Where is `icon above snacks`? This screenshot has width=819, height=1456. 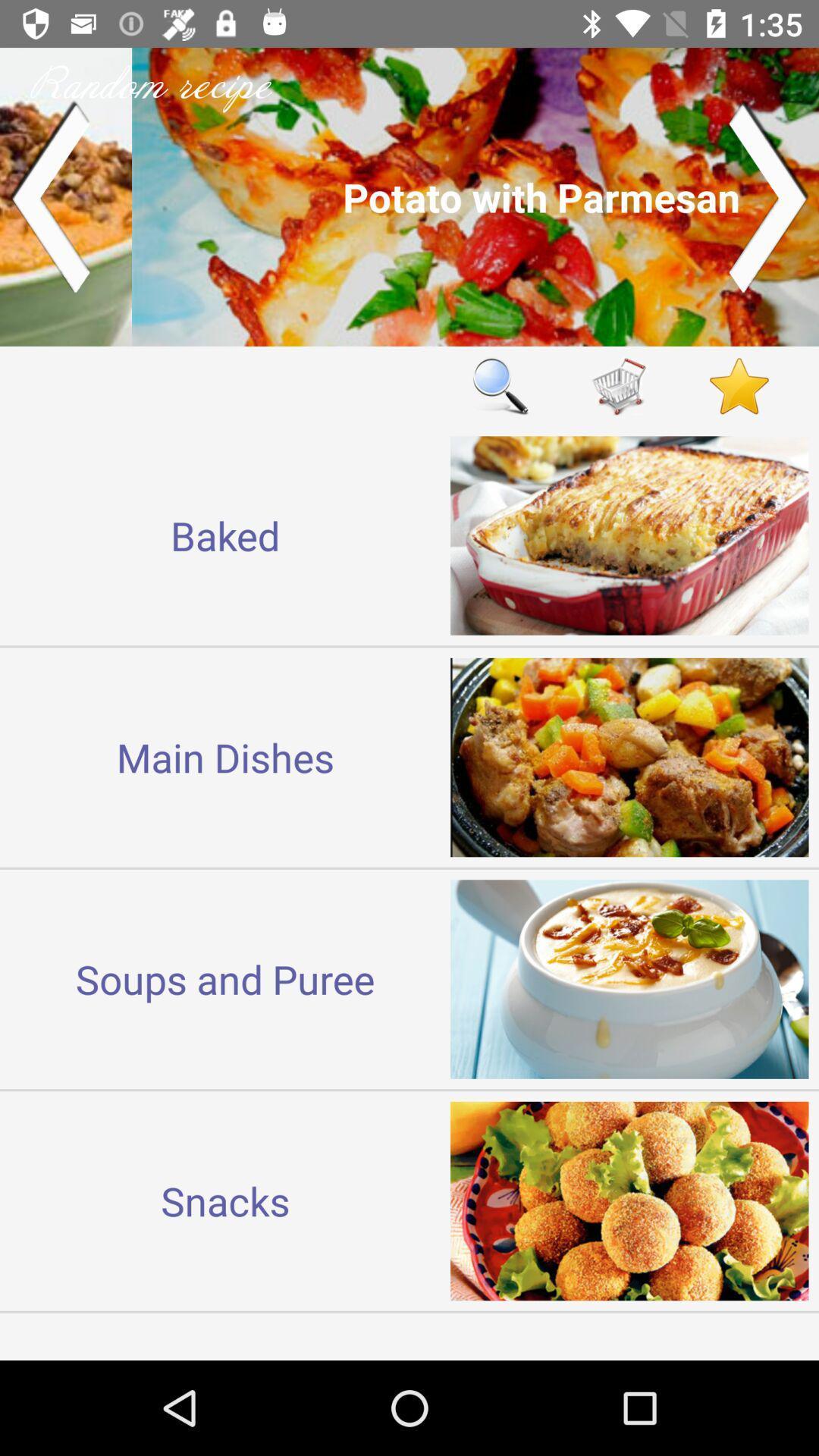 icon above snacks is located at coordinates (225, 979).